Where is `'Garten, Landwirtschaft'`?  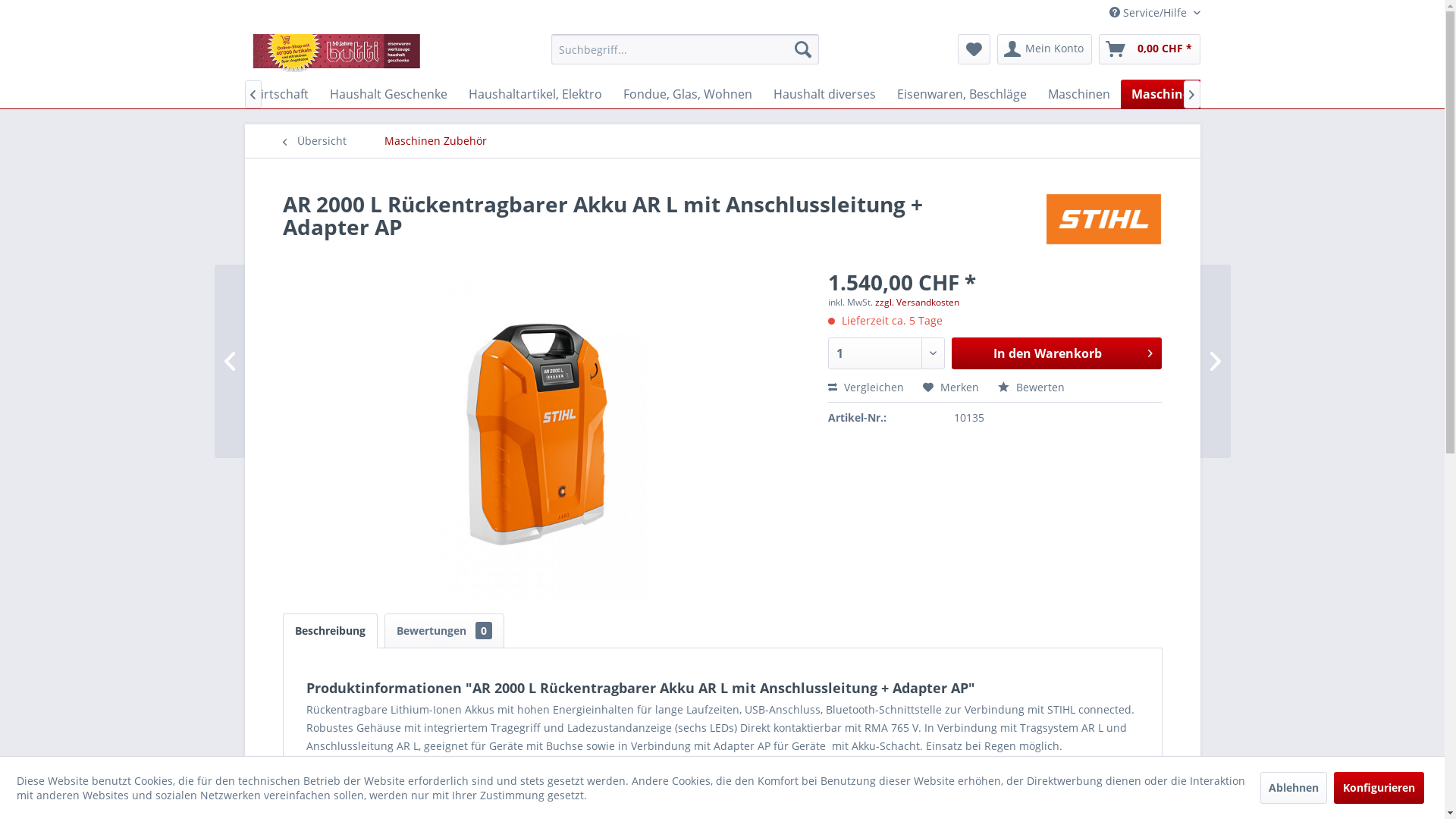 'Garten, Landwirtschaft' is located at coordinates (243, 93).